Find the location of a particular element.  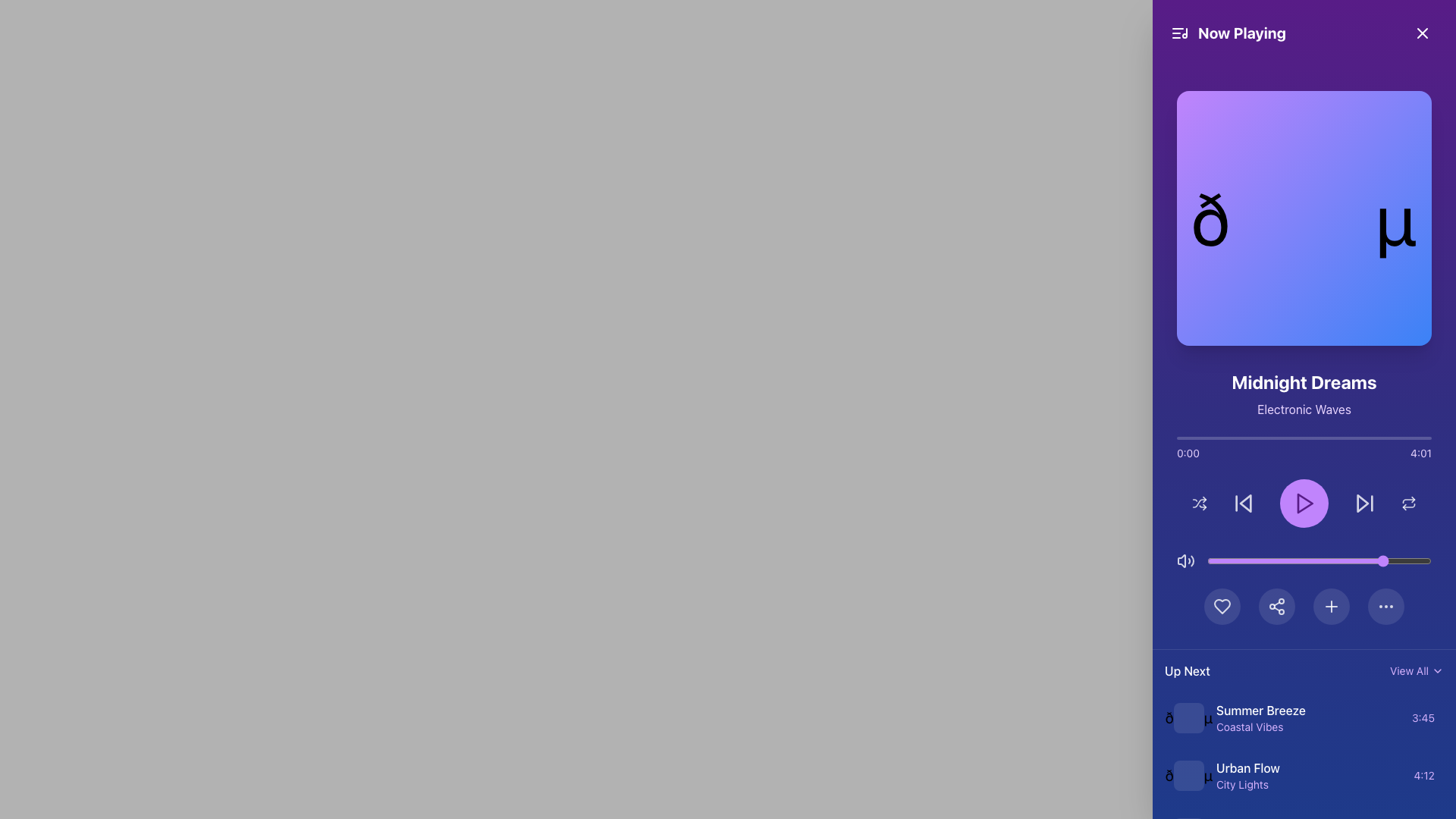

the heart-shaped icon in the media control panel is located at coordinates (1222, 605).